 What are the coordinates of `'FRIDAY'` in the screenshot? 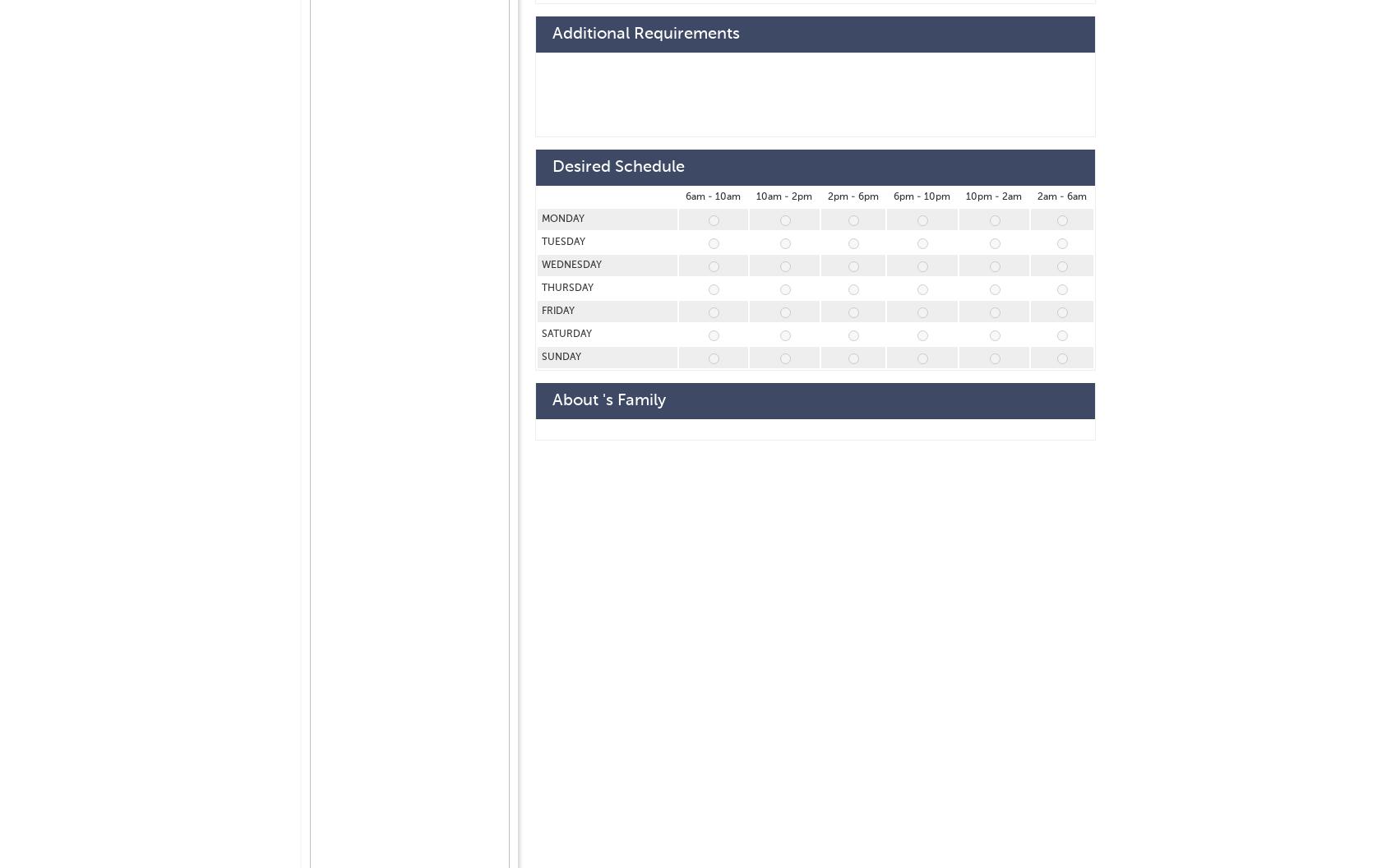 It's located at (559, 310).